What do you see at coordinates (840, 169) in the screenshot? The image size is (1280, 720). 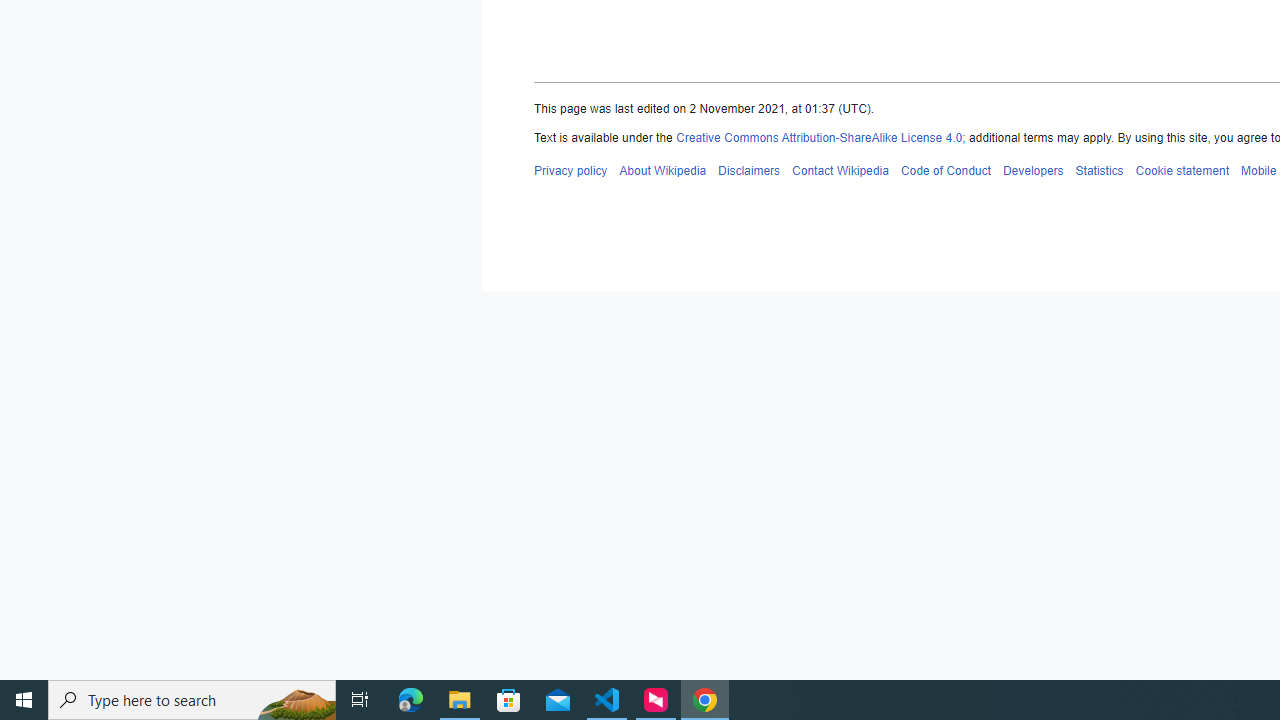 I see `'Contact Wikipedia'` at bounding box center [840, 169].